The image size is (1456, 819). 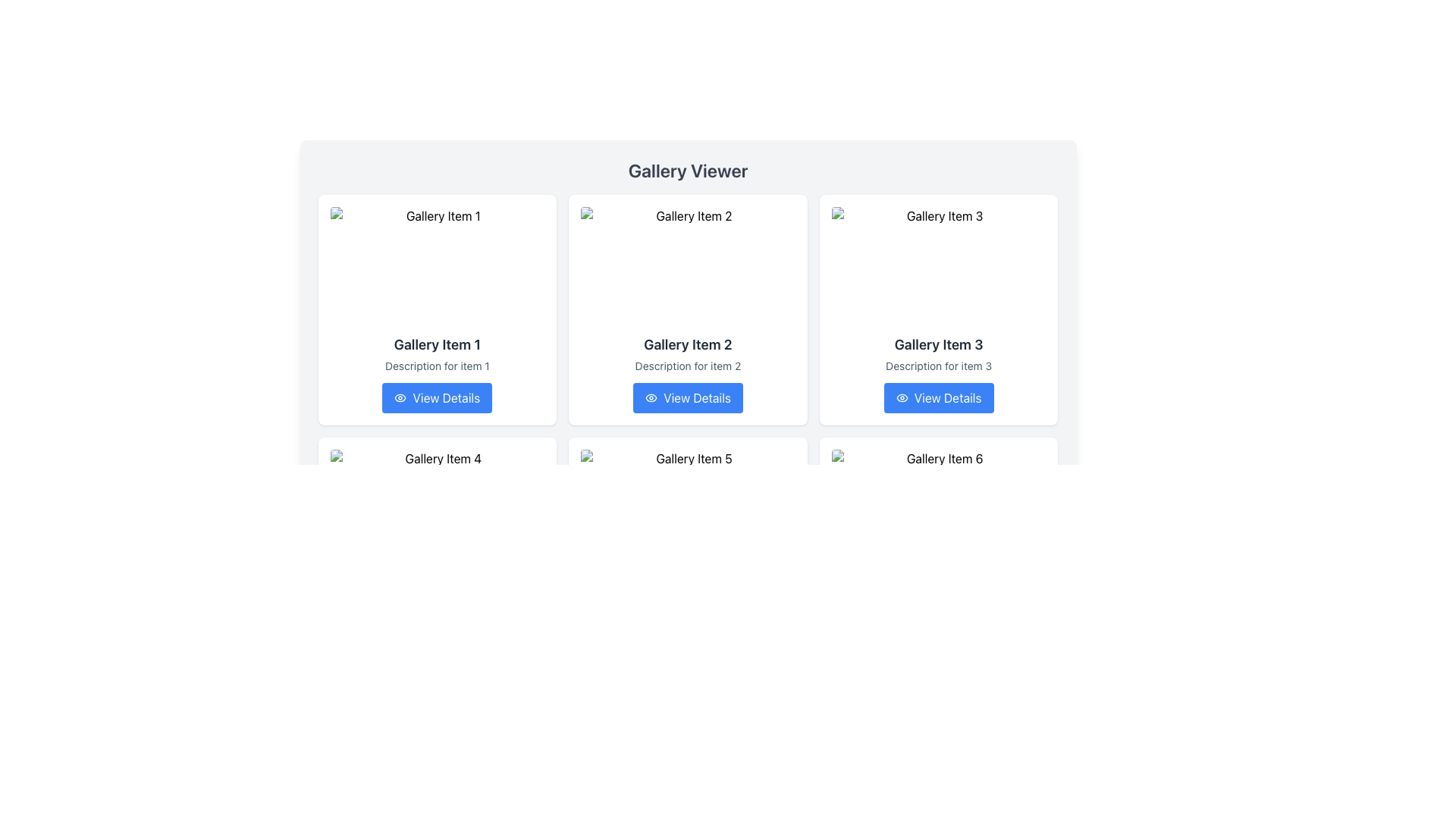 What do you see at coordinates (902, 397) in the screenshot?
I see `the icon that visually aids the 'View Details' button for the third gallery item, located to the left of the button text` at bounding box center [902, 397].